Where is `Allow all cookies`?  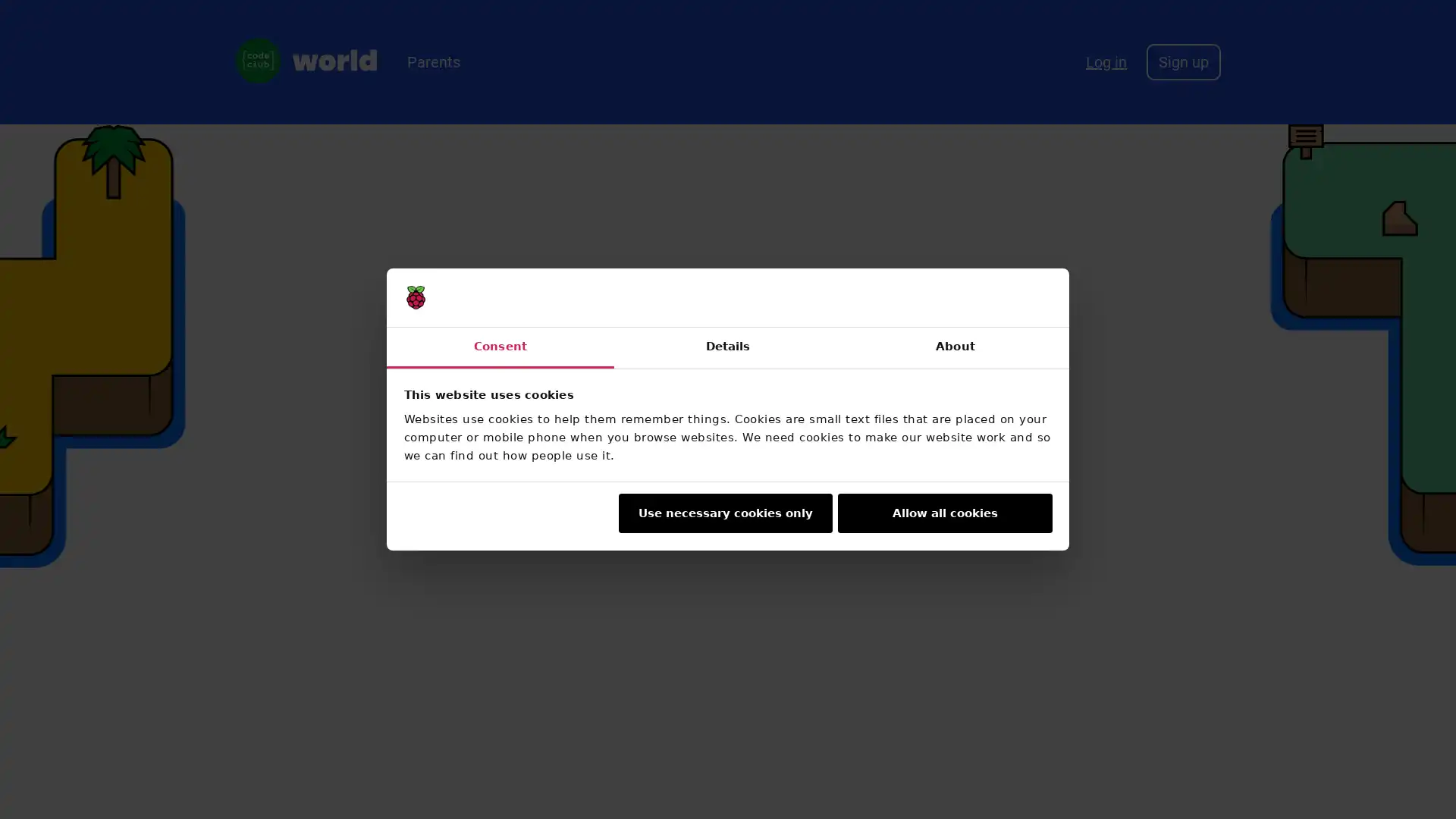
Allow all cookies is located at coordinates (944, 513).